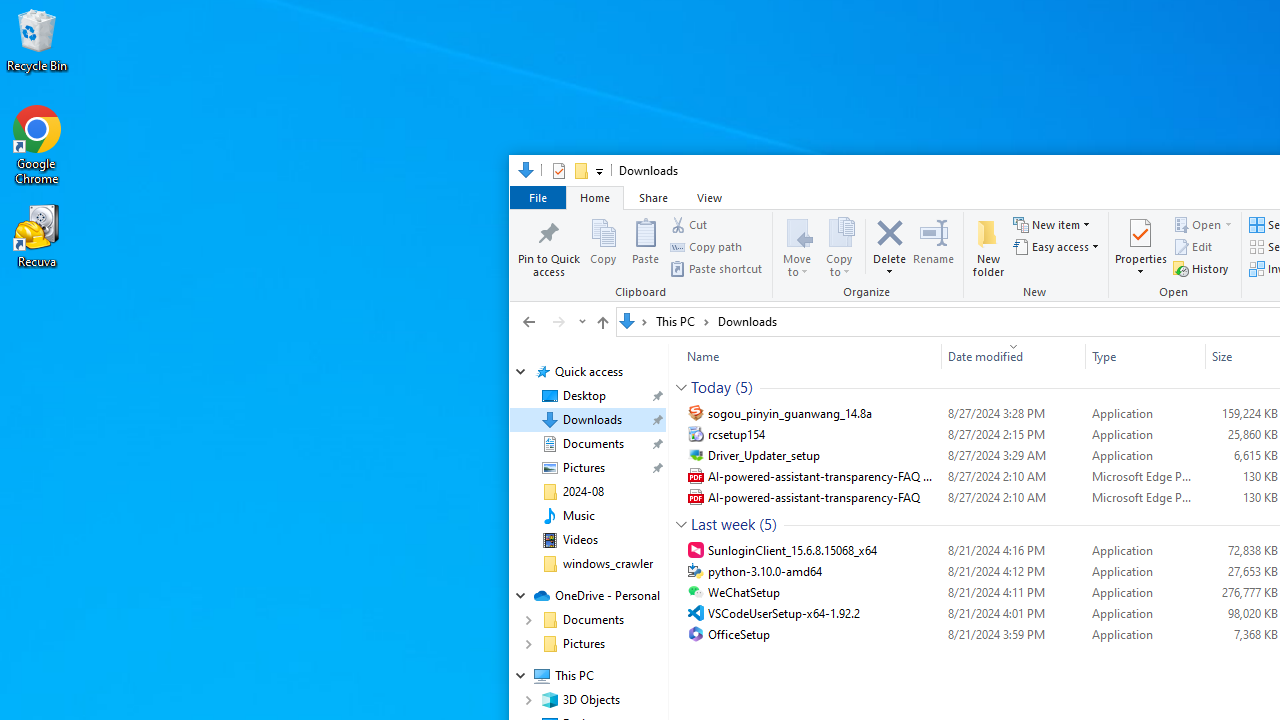 The image size is (1280, 720). What do you see at coordinates (601, 324) in the screenshot?
I see `'Up band toolbar'` at bounding box center [601, 324].